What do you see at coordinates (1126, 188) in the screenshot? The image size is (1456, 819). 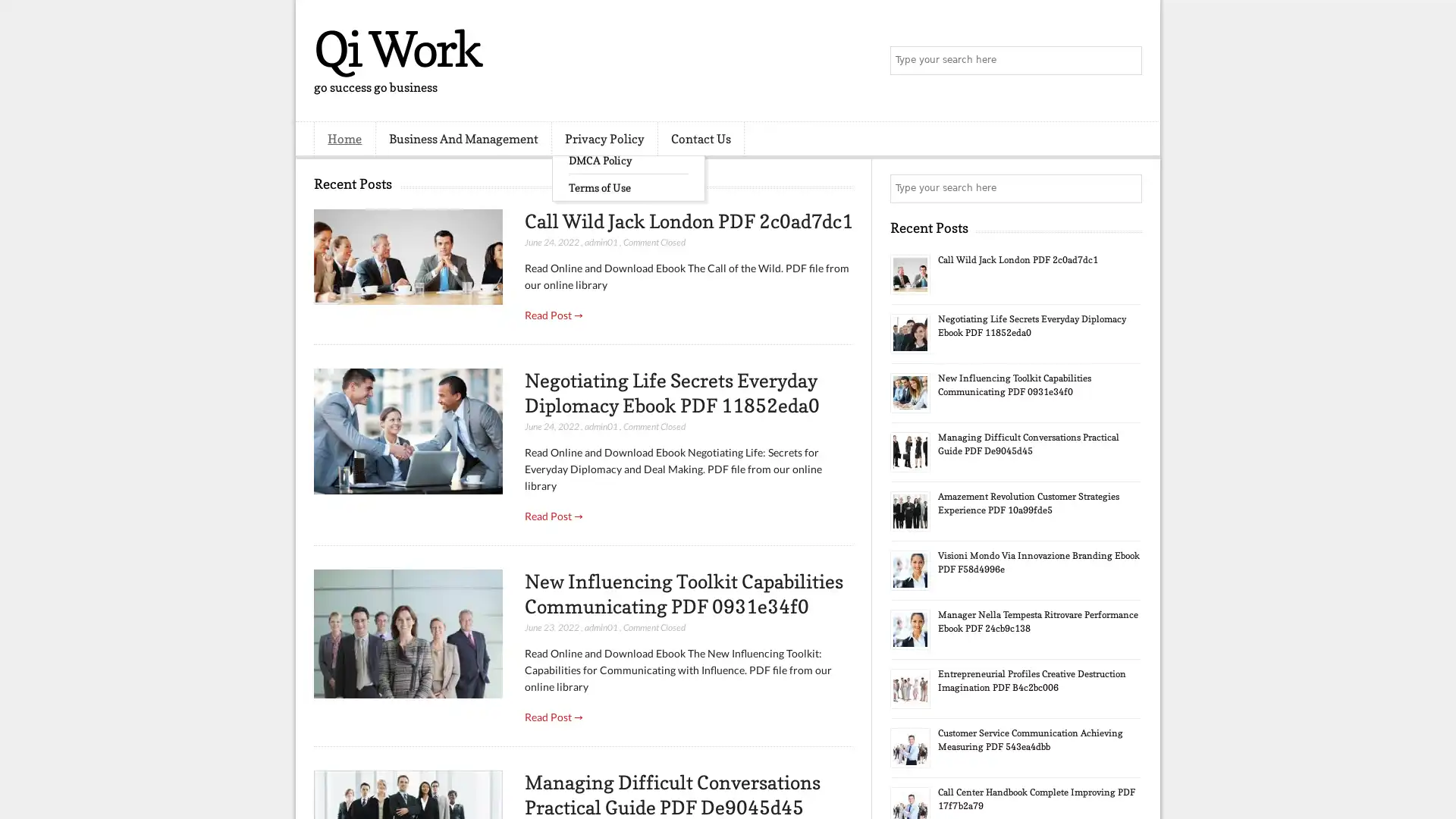 I see `Search` at bounding box center [1126, 188].